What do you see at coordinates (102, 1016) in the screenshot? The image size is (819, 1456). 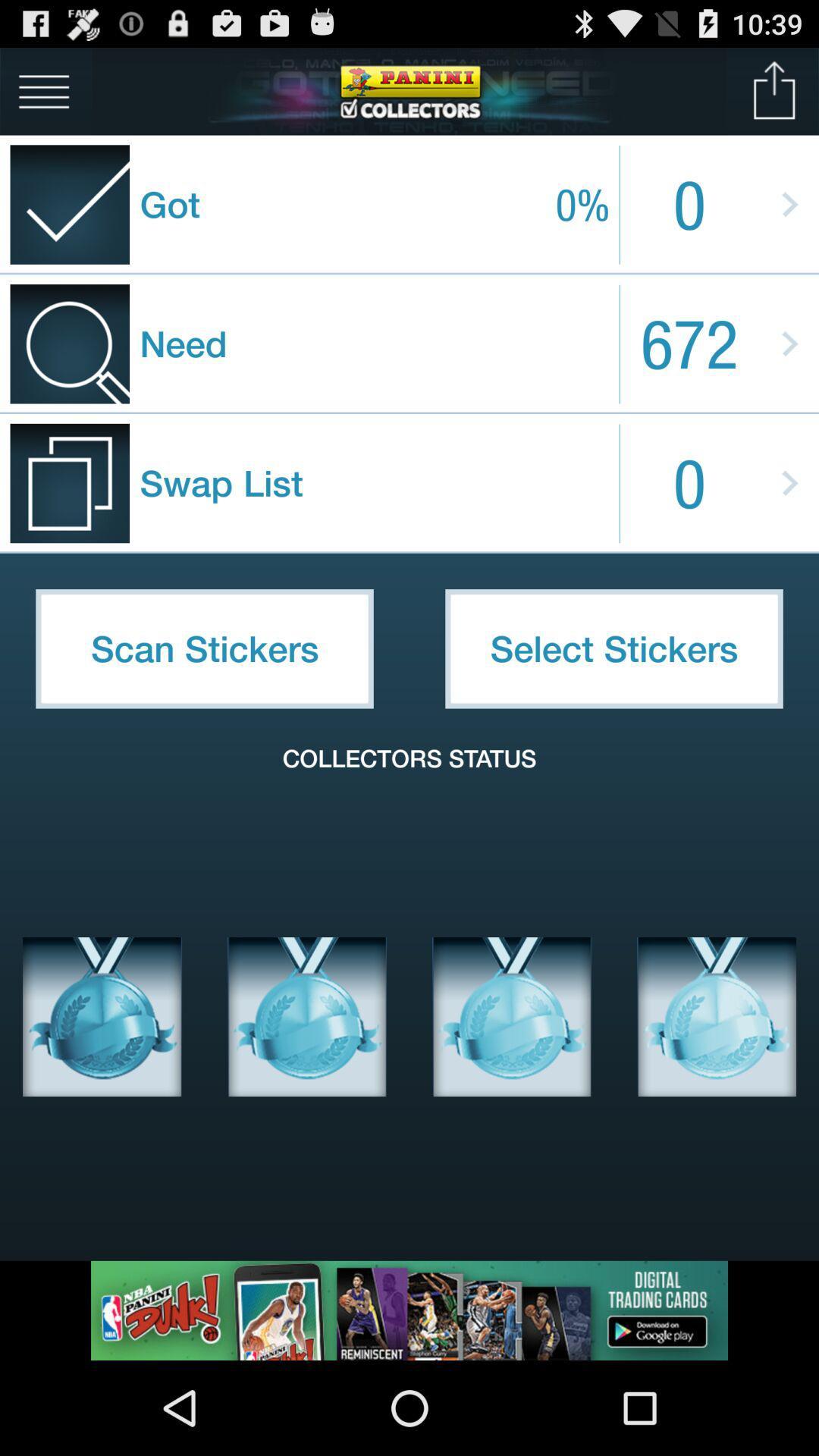 I see `sticker image` at bounding box center [102, 1016].